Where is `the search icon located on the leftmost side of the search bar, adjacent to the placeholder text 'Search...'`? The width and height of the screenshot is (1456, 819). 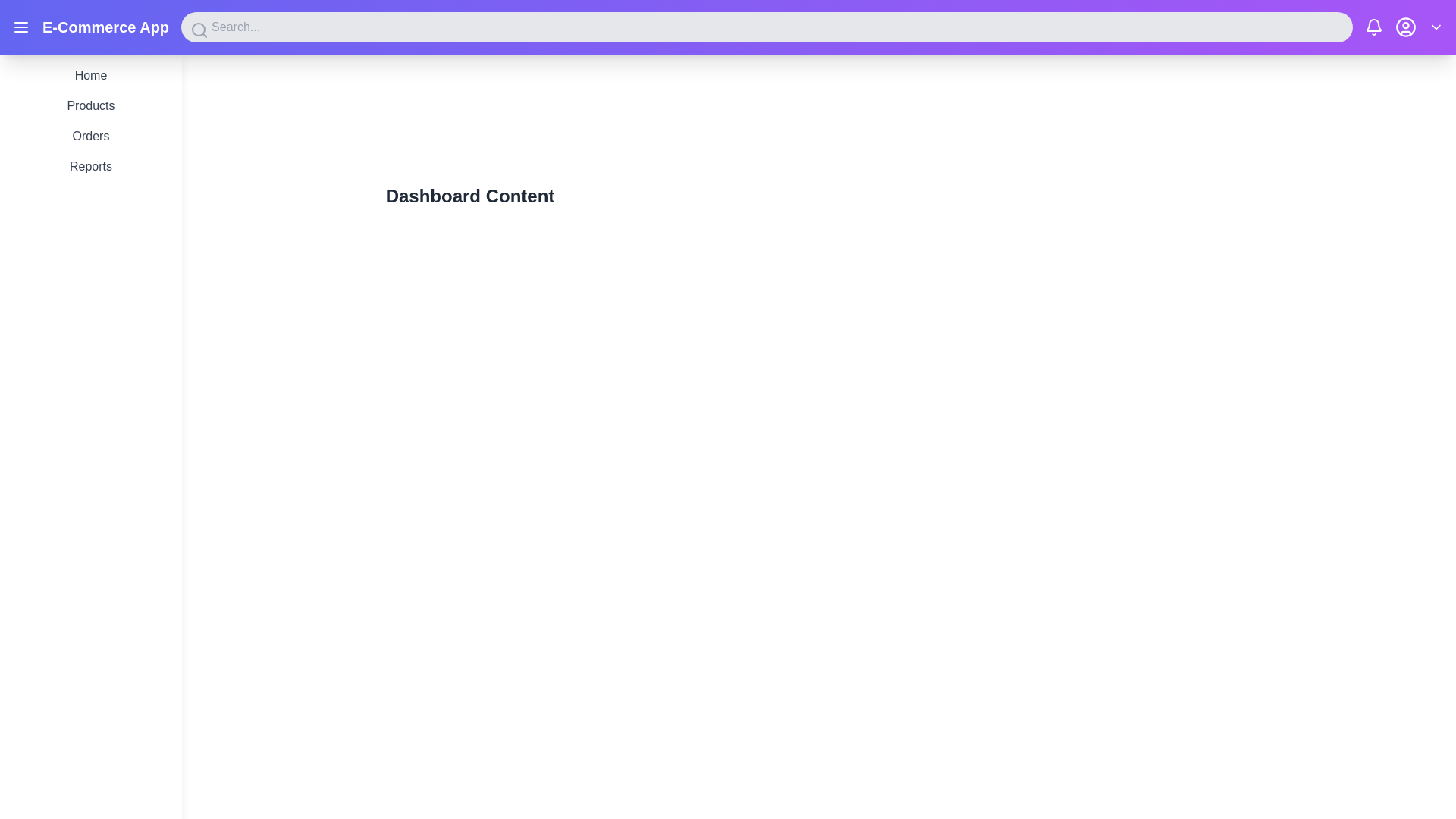 the search icon located on the leftmost side of the search bar, adjacent to the placeholder text 'Search...' is located at coordinates (199, 30).